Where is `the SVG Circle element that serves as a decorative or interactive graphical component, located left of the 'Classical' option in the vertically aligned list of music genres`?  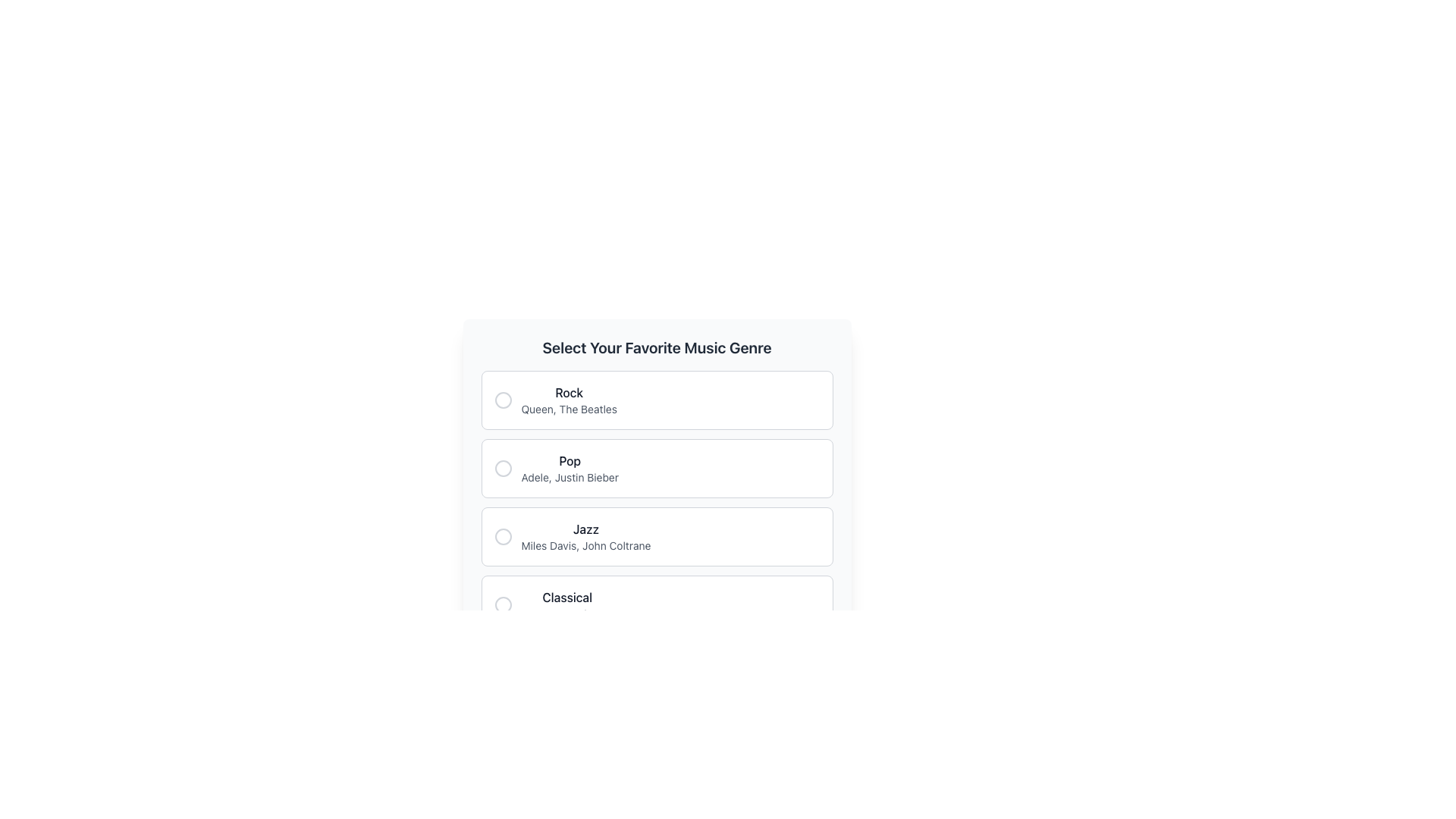 the SVG Circle element that serves as a decorative or interactive graphical component, located left of the 'Classical' option in the vertically aligned list of music genres is located at coordinates (503, 604).